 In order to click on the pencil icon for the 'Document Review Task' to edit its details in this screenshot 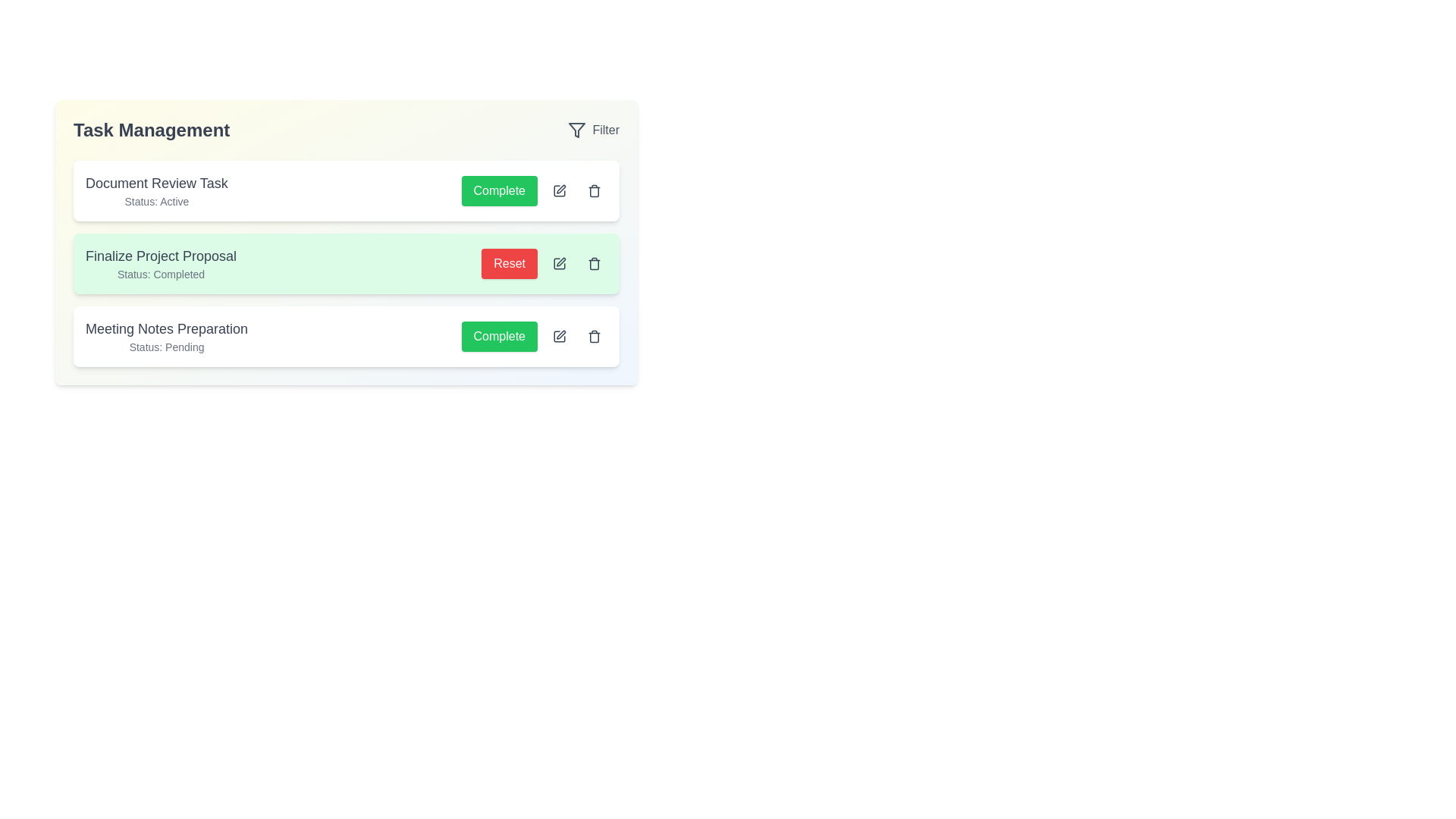, I will do `click(559, 190)`.